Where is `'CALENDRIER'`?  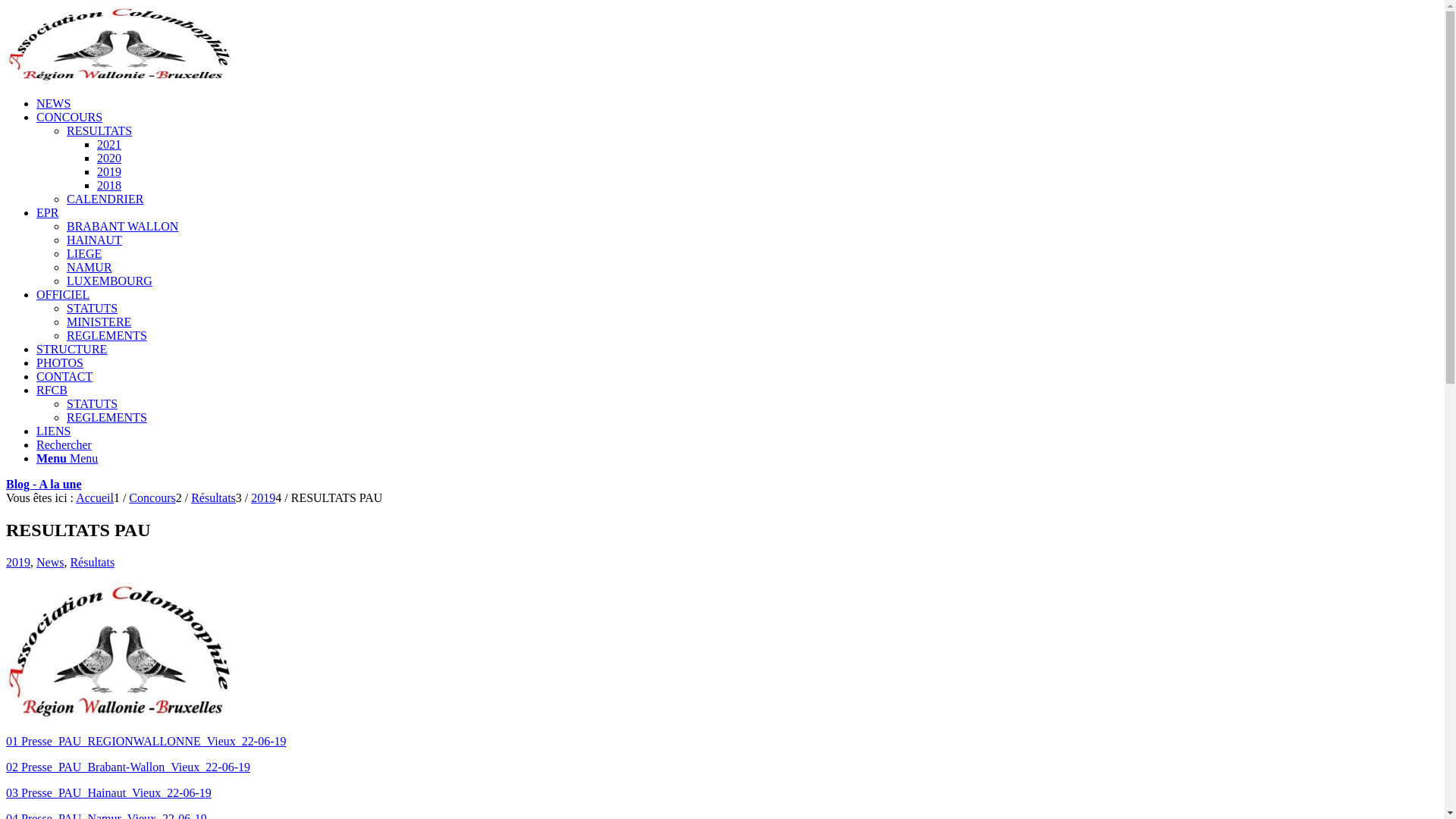
'CALENDRIER' is located at coordinates (104, 198).